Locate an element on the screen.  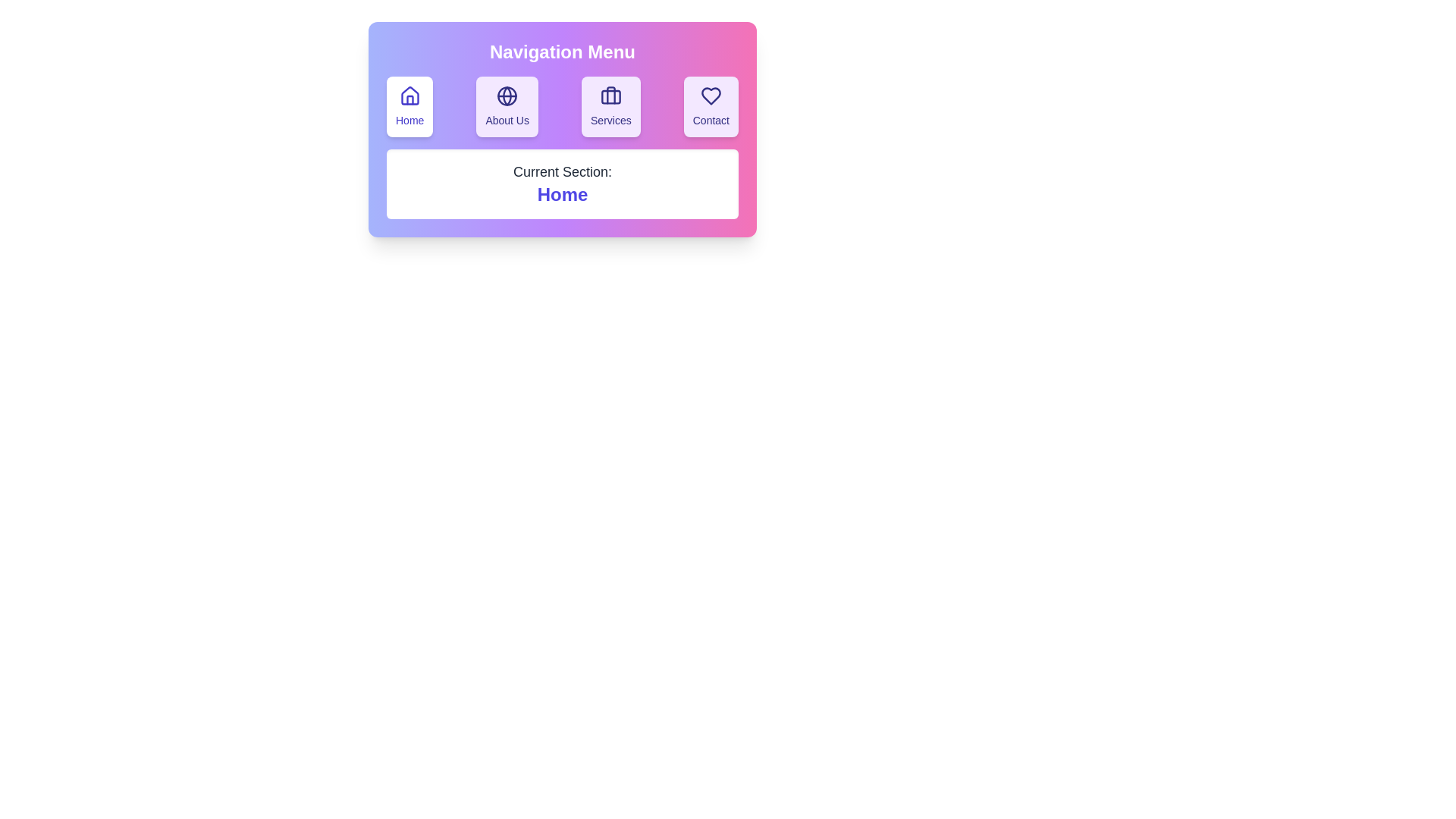
the Services section by clicking the corresponding navigation button is located at coordinates (610, 106).